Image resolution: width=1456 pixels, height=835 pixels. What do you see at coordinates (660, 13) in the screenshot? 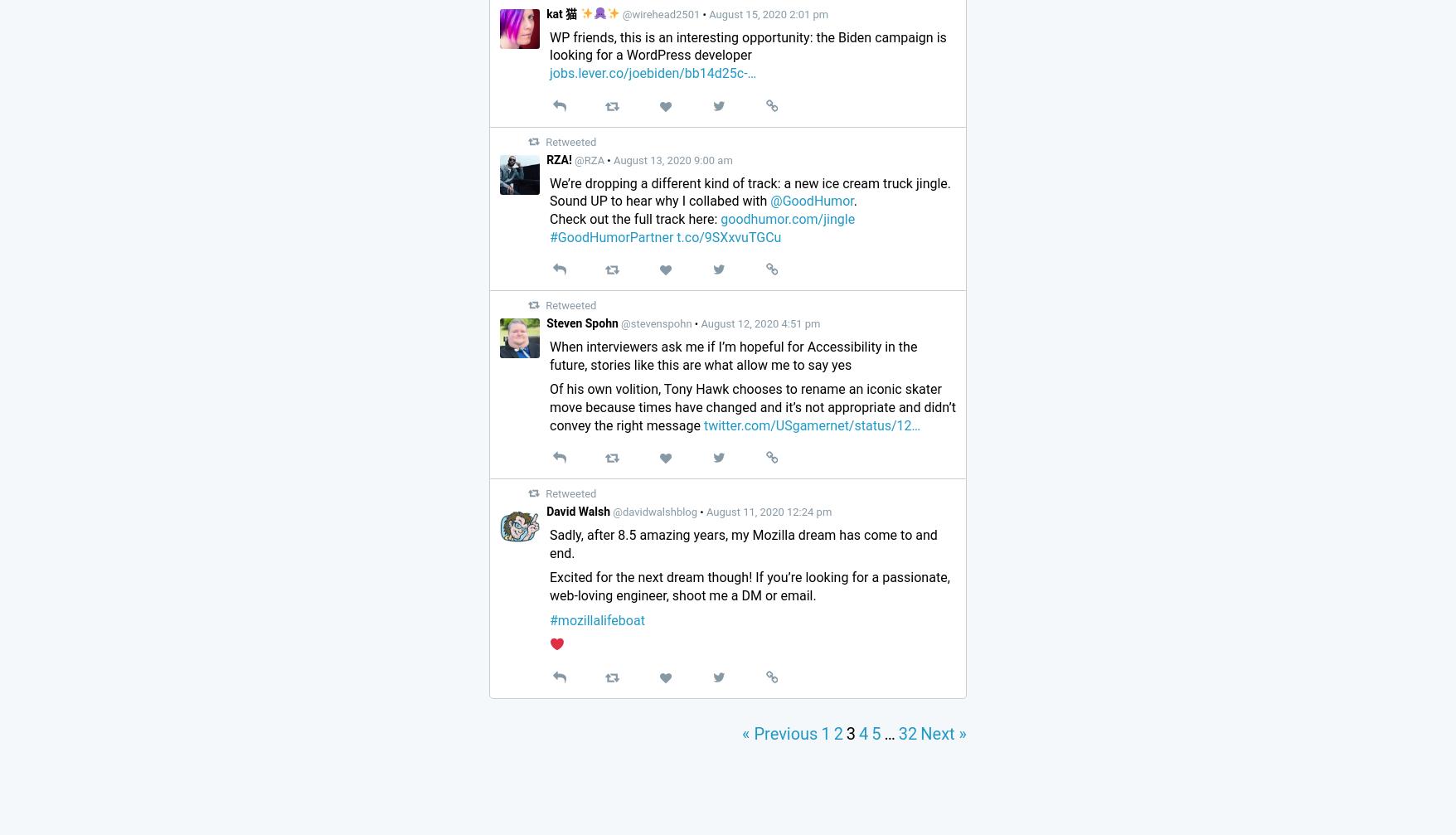
I see `'@wirehead2501'` at bounding box center [660, 13].